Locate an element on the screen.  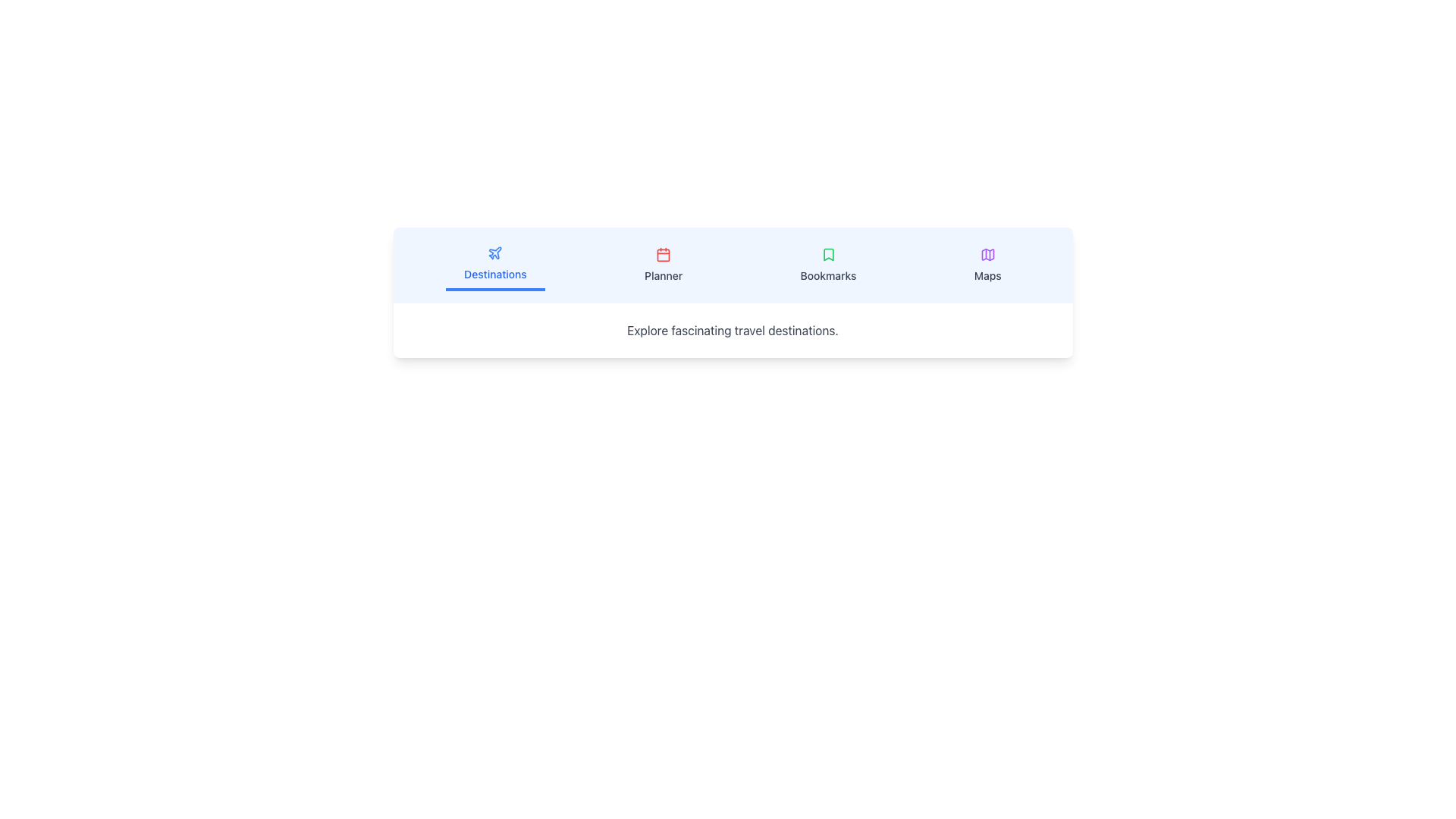
the visual indicator icon for the 'Destinations' section, which is centrally located within the 'Destinations' tab, above the text label 'Destinations' is located at coordinates (495, 253).